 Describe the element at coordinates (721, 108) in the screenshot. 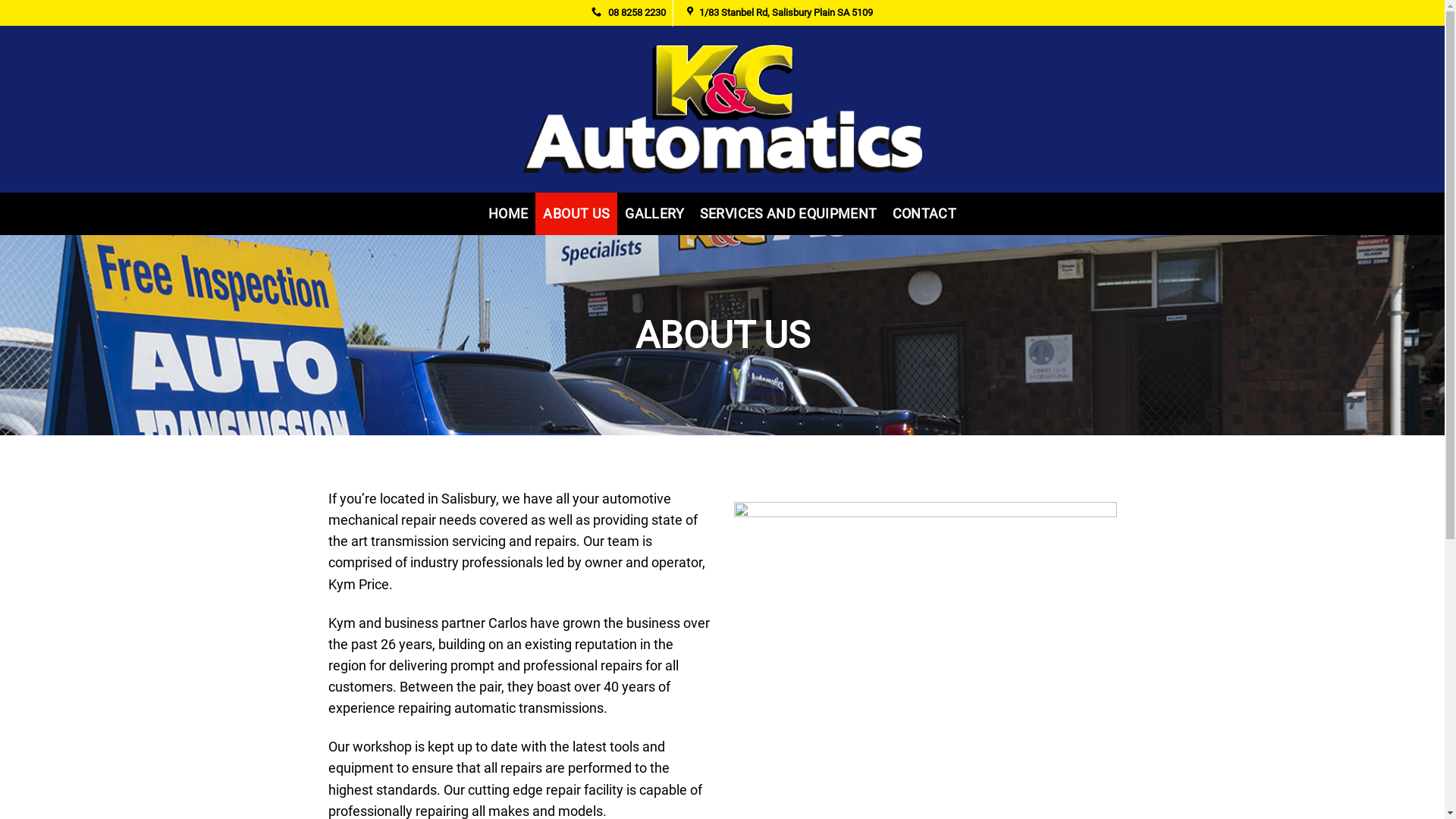

I see `'K & C Automatics'` at that location.